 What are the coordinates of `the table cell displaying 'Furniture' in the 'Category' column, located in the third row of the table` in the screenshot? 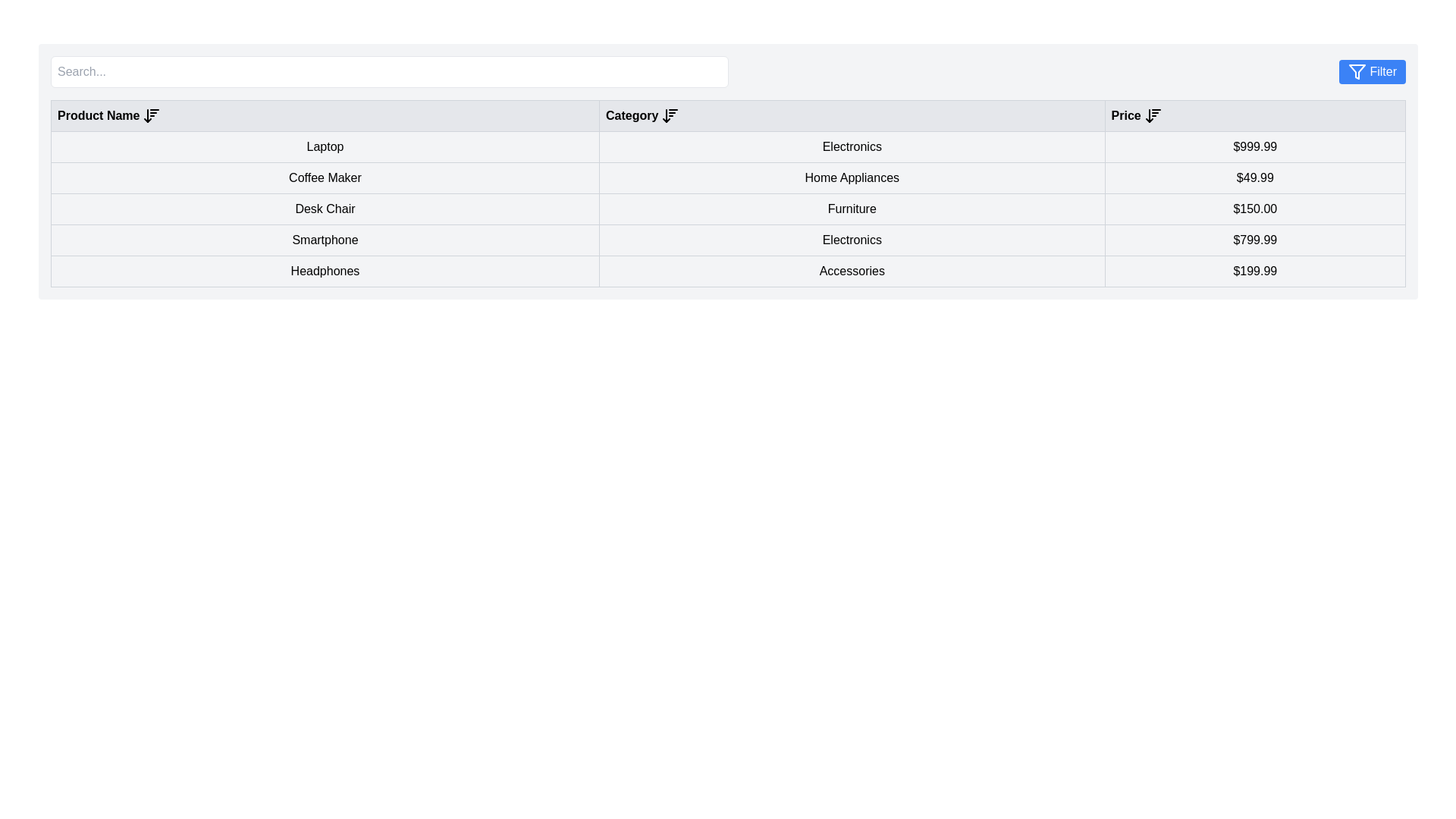 It's located at (852, 209).